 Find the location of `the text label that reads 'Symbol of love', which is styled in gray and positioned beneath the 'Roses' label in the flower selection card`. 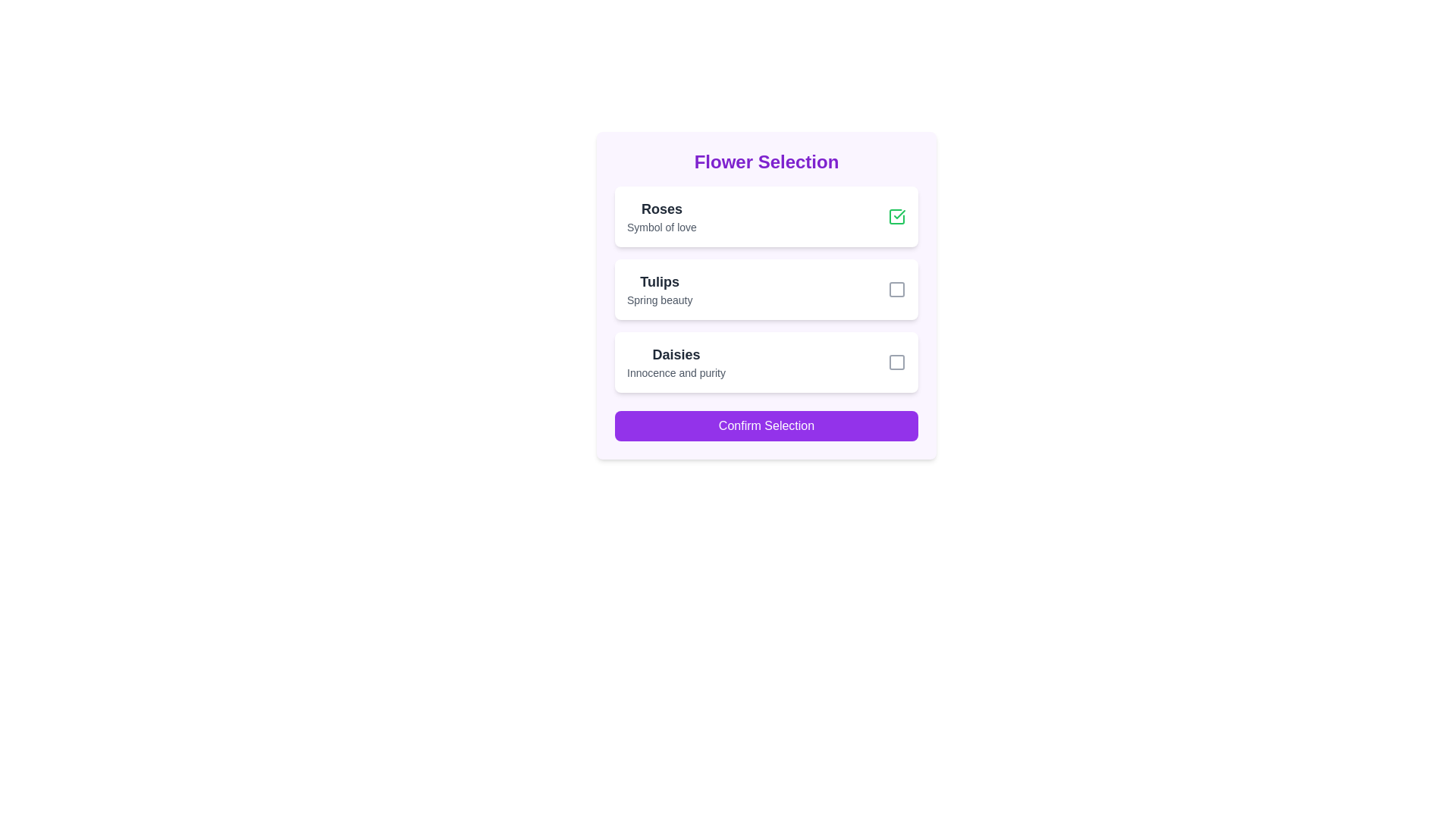

the text label that reads 'Symbol of love', which is styled in gray and positioned beneath the 'Roses' label in the flower selection card is located at coordinates (661, 227).